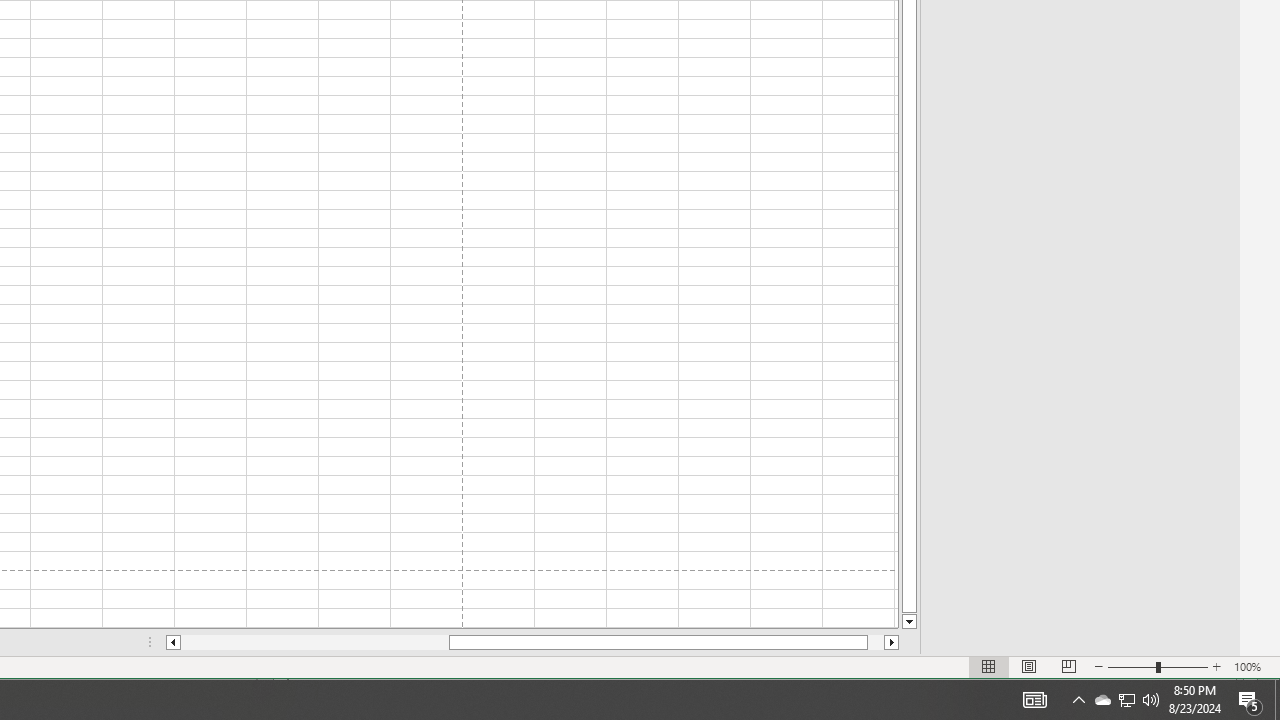 Image resolution: width=1280 pixels, height=720 pixels. Describe the element at coordinates (1078, 698) in the screenshot. I see `'Notification Chevron'` at that location.